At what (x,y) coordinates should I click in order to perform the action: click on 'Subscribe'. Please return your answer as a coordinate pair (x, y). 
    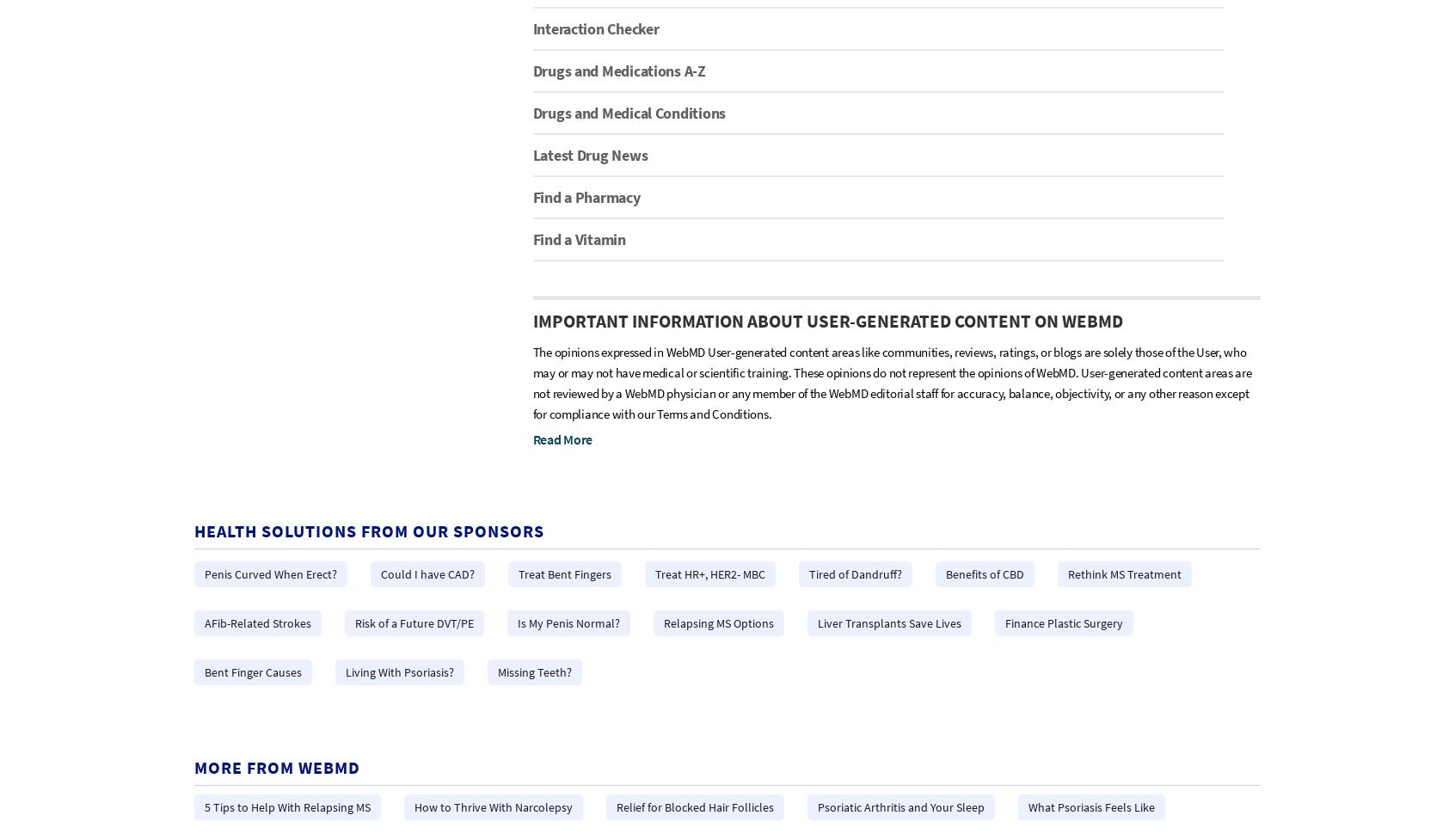
    Looking at the image, I should click on (588, 450).